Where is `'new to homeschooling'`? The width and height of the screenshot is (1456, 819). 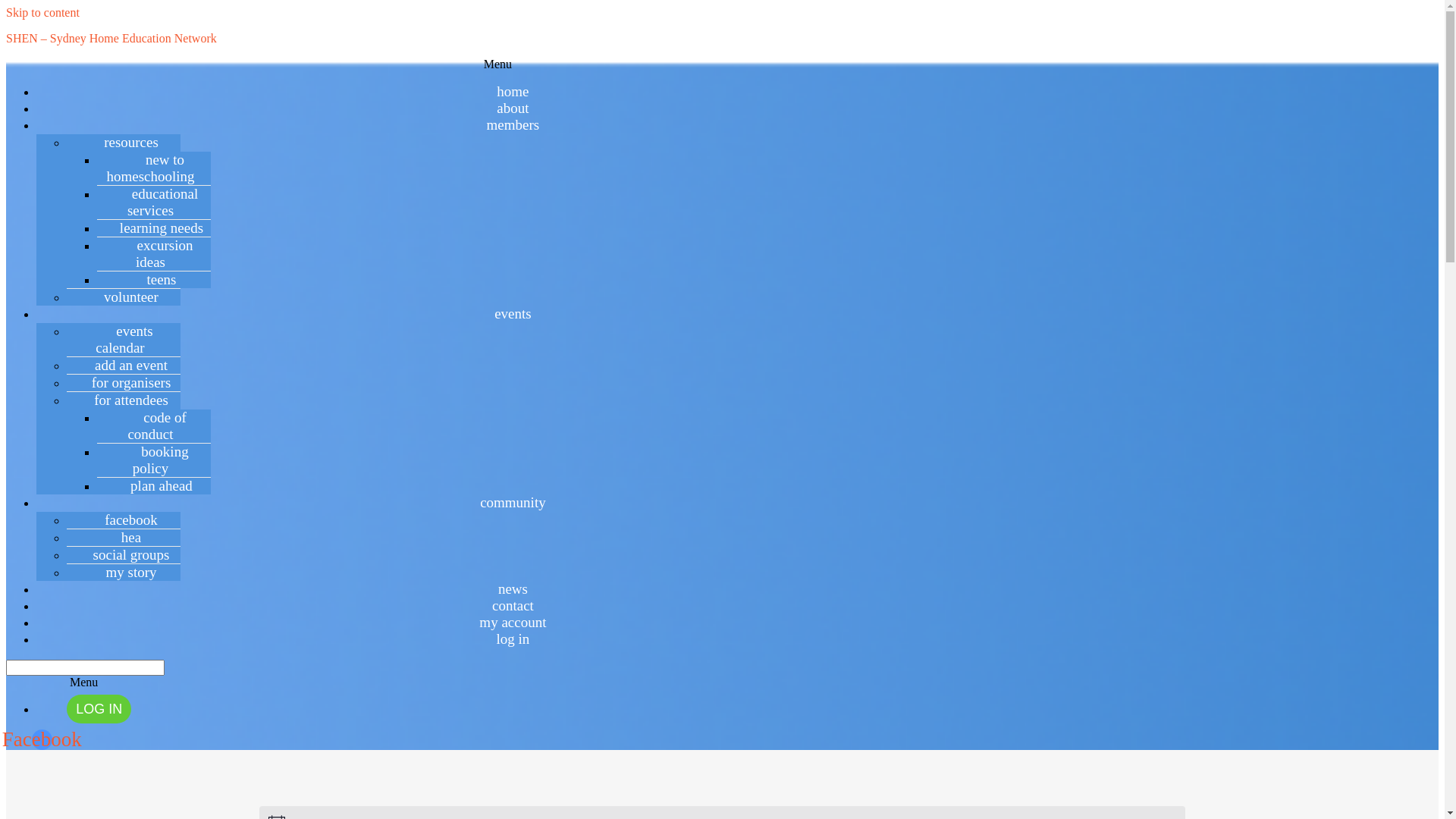 'new to homeschooling' is located at coordinates (153, 168).